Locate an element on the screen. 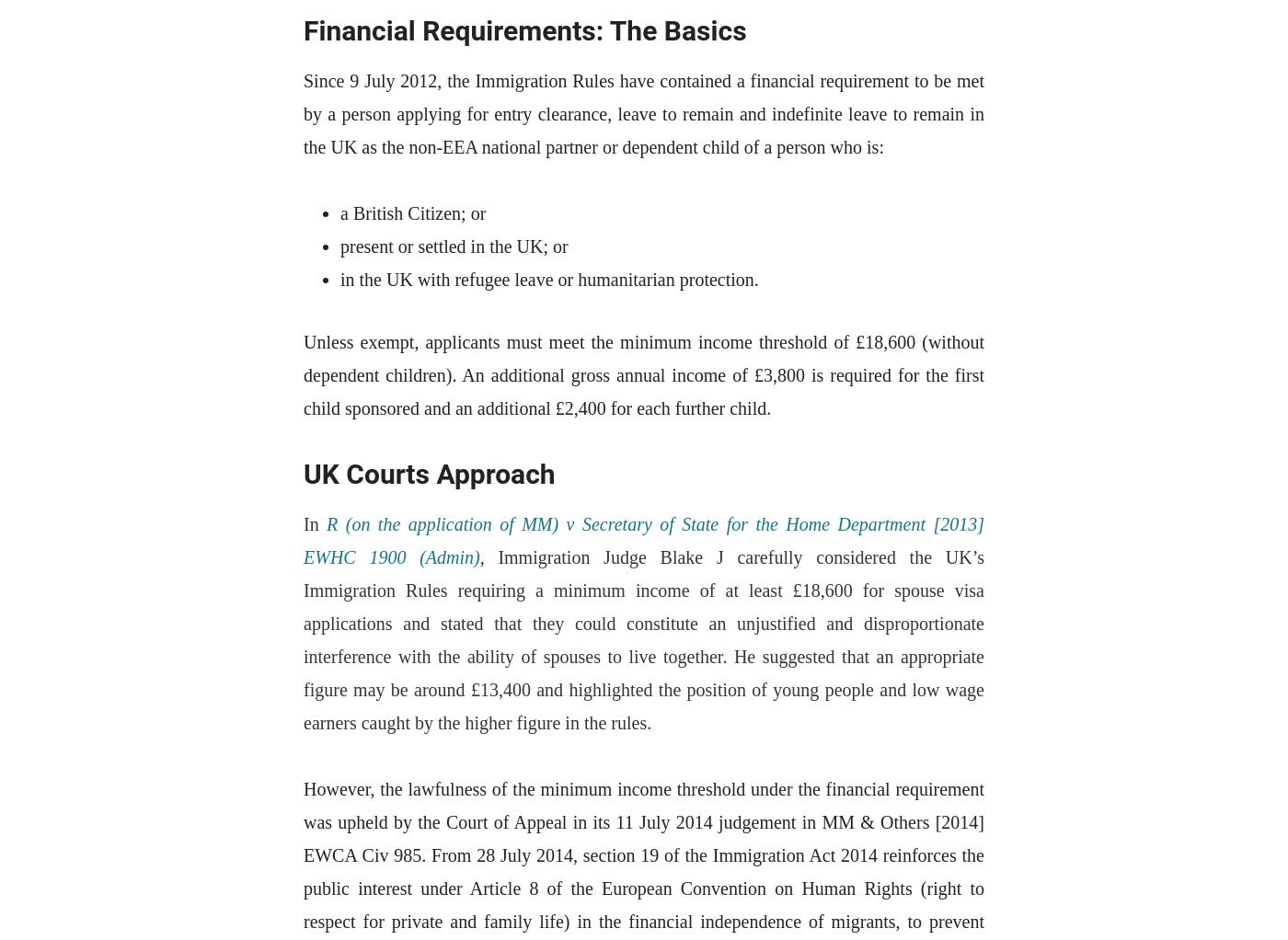  'R (on the application of MM) v Secretary of State for the Home Department [2013] EWHC 1900 (Admin)' is located at coordinates (644, 539).